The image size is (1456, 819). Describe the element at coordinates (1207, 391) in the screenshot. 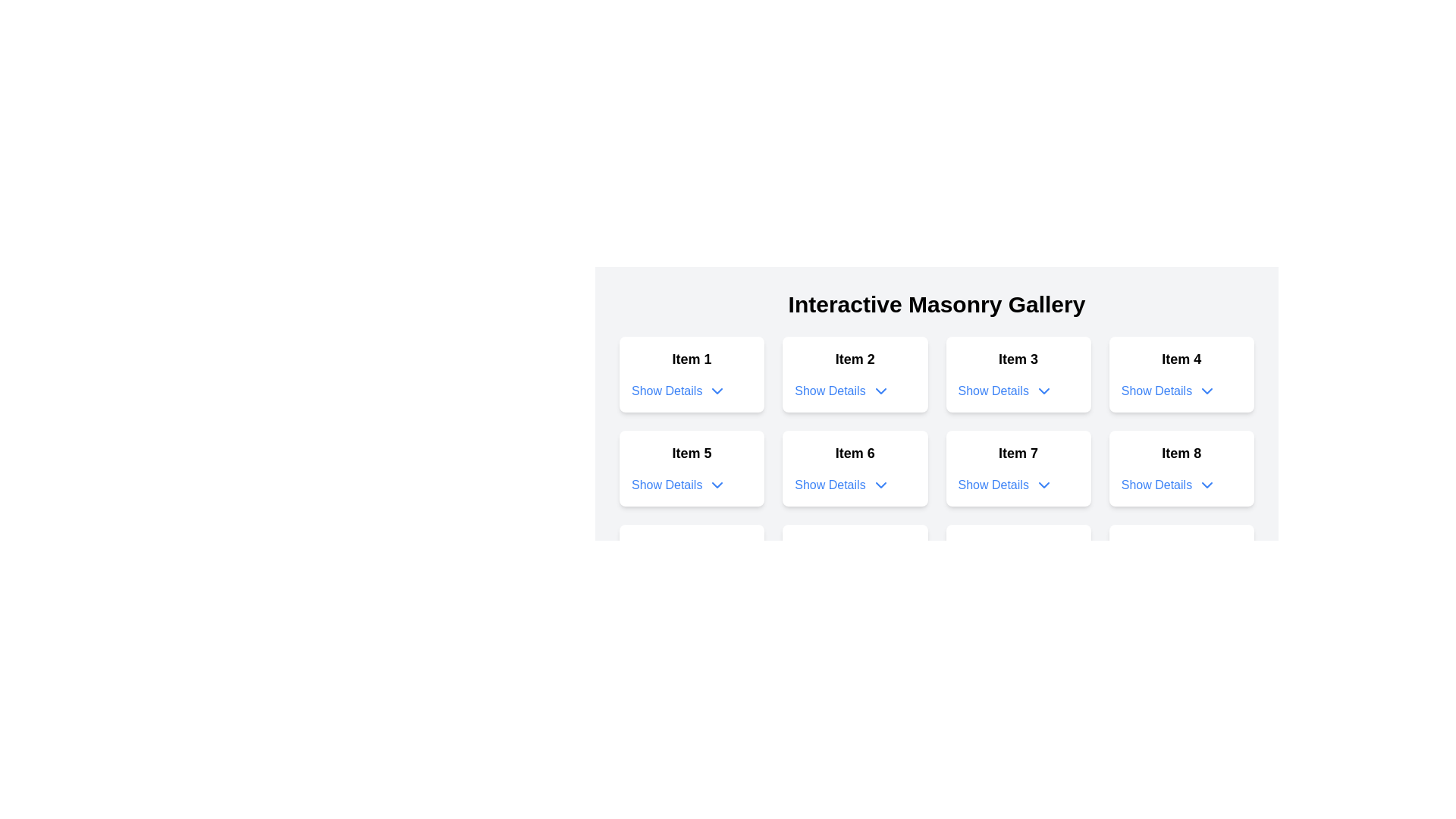

I see `the downward-pointing chevron icon located to the right of the 'Show Details' text in the 'Item 4' section of the 'Interactive Masonry Gallery'` at that location.